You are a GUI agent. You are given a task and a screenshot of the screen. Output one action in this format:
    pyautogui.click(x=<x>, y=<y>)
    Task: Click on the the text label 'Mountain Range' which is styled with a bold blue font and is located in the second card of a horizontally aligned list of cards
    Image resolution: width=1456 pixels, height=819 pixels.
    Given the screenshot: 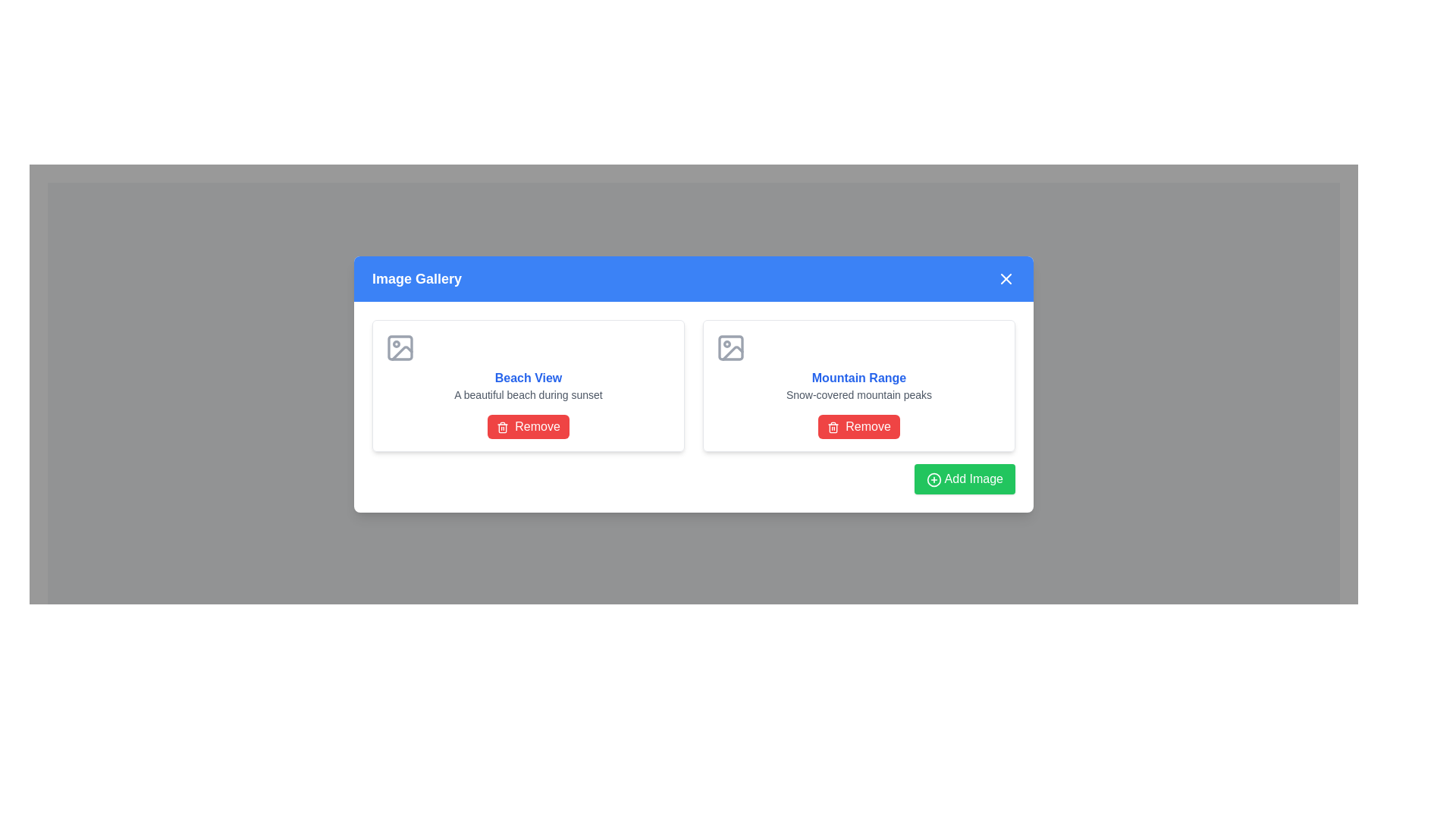 What is the action you would take?
    pyautogui.click(x=858, y=377)
    